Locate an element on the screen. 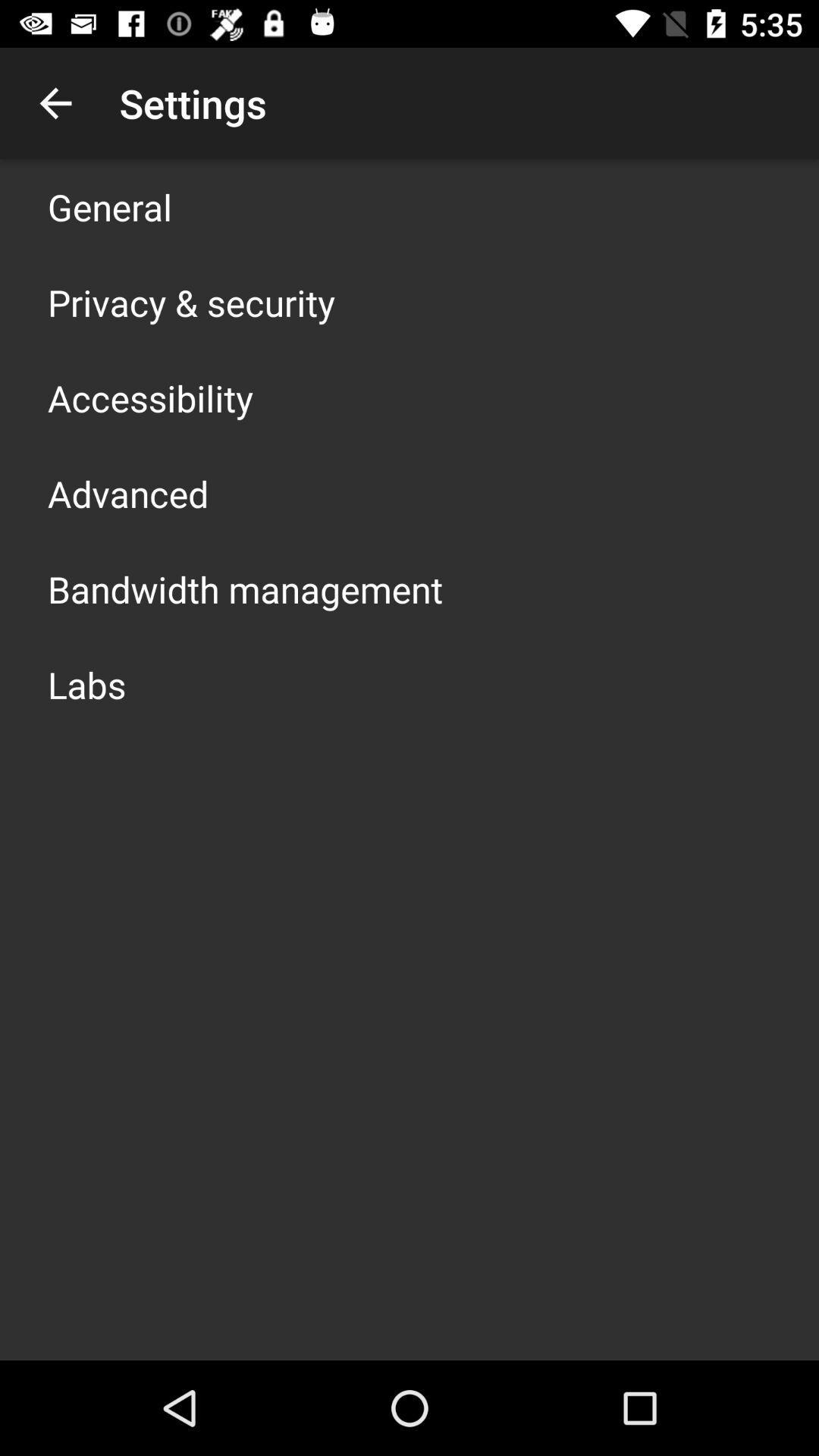 Image resolution: width=819 pixels, height=1456 pixels. the app below privacy & security icon is located at coordinates (150, 397).